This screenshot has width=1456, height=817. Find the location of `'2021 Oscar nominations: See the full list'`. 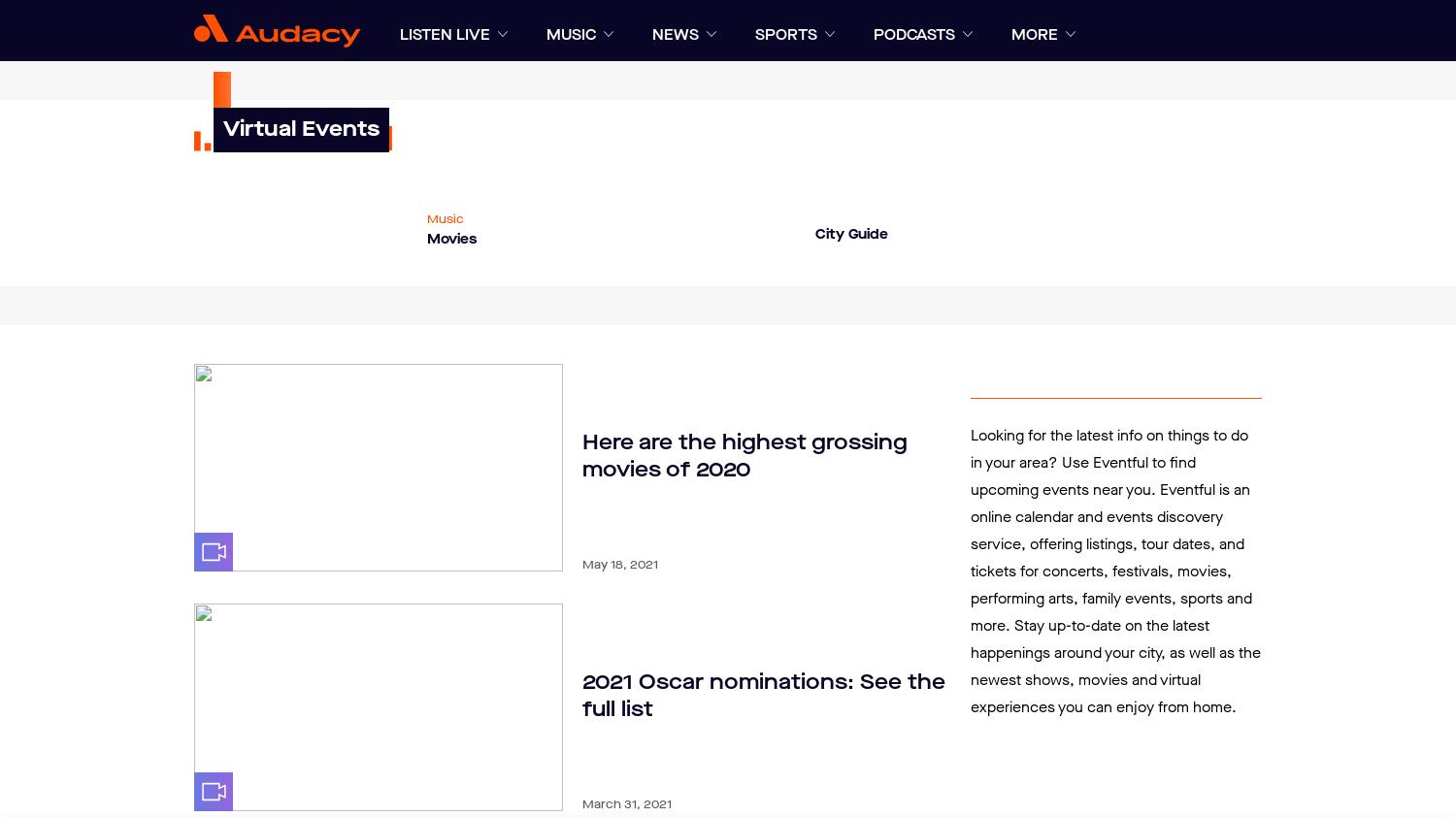

'2021 Oscar nominations: See the full list' is located at coordinates (764, 695).